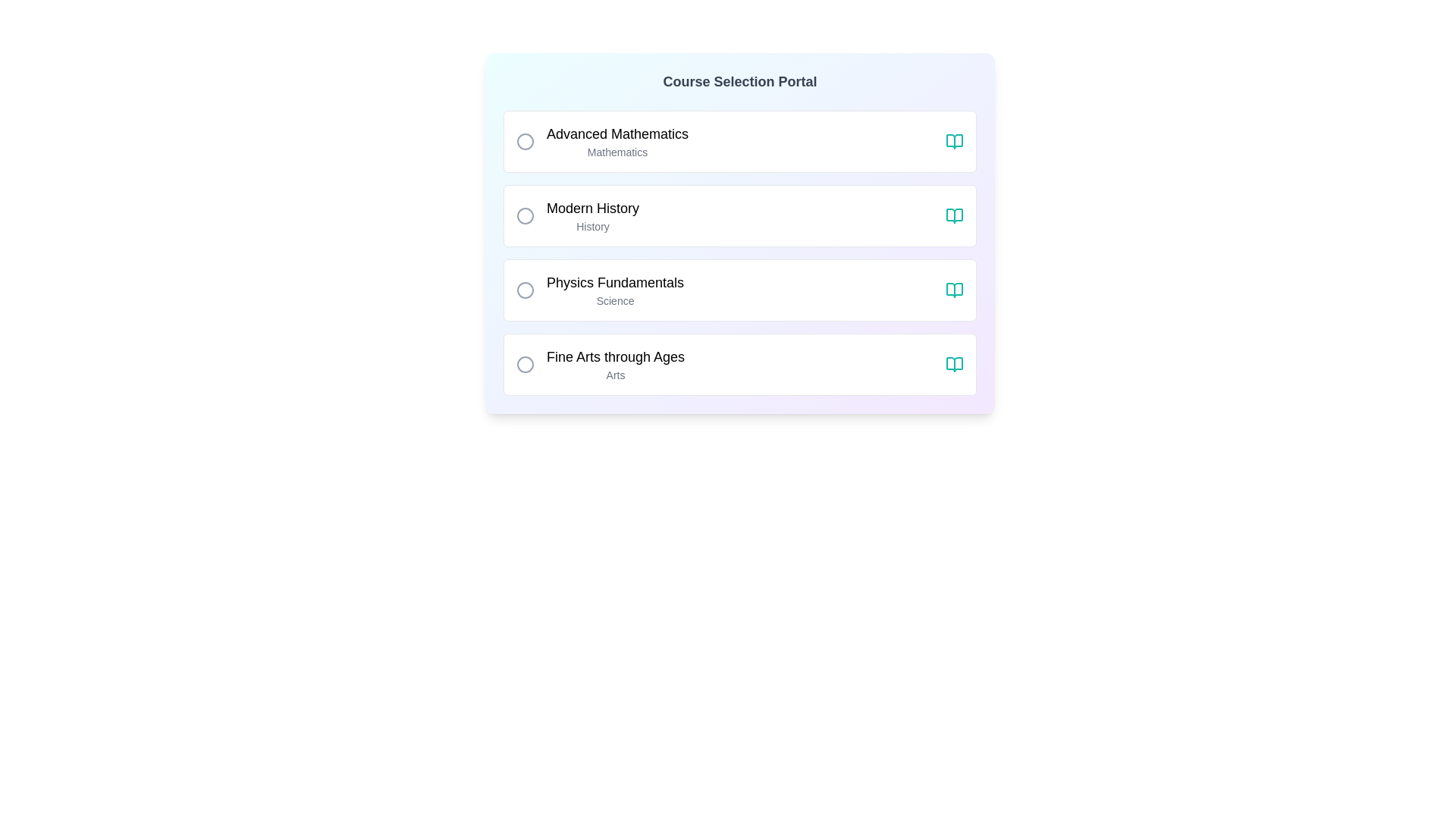 The image size is (1456, 819). Describe the element at coordinates (953, 216) in the screenshot. I see `the icon at the extreme right of the 'Modern History' course entry` at that location.